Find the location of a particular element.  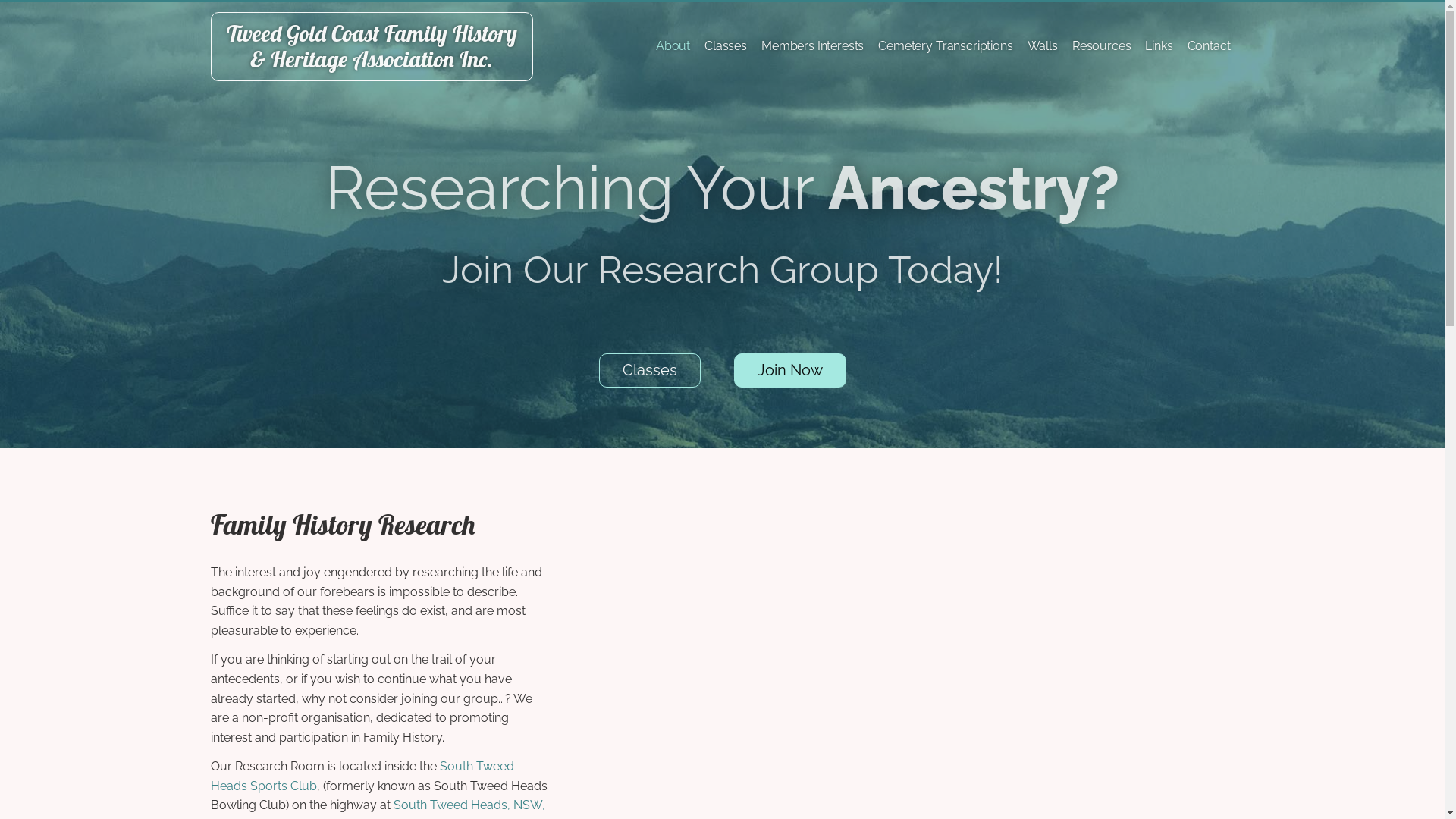

'Classes' is located at coordinates (724, 45).